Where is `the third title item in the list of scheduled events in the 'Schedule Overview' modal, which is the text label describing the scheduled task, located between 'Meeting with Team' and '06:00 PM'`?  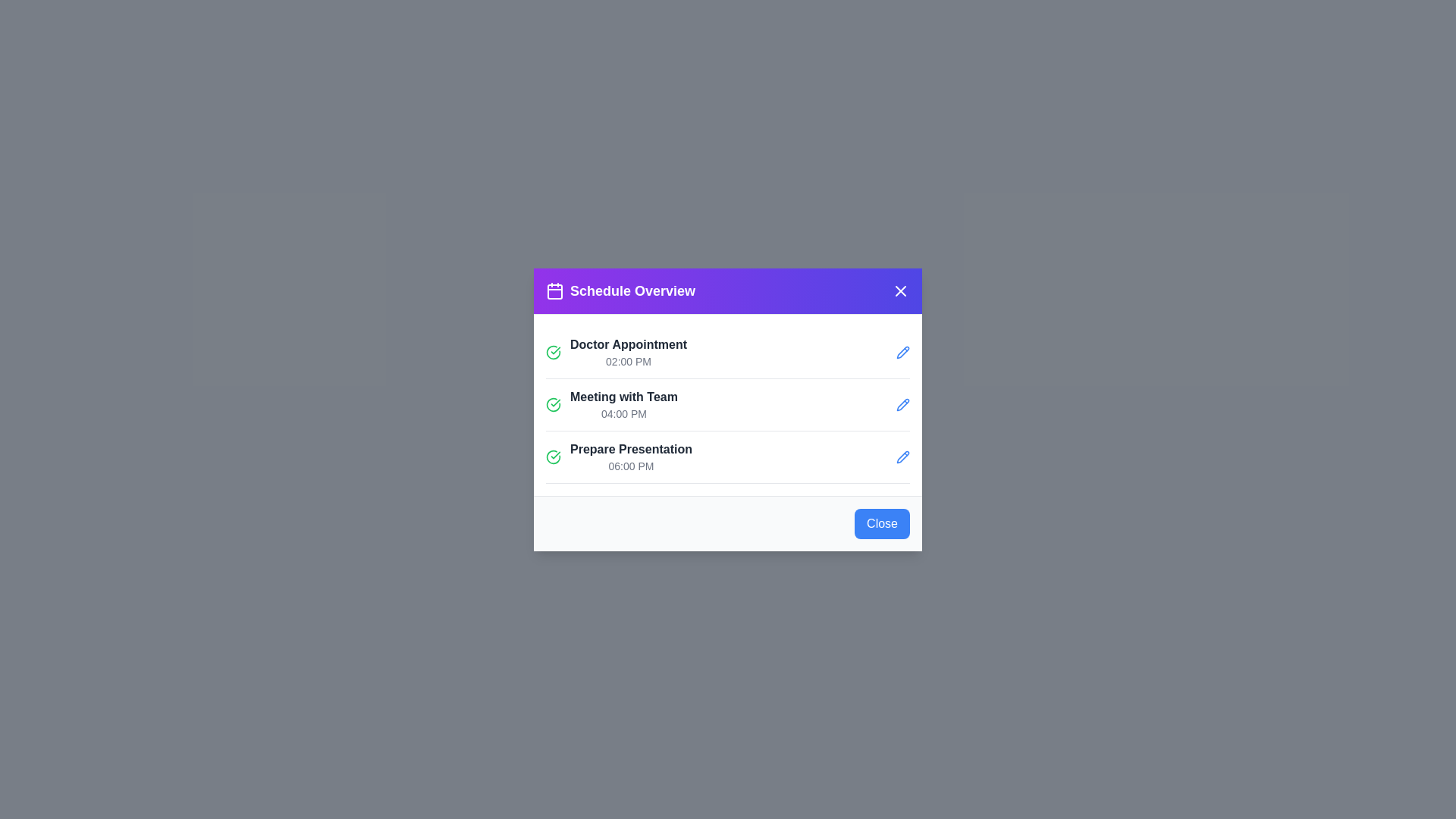 the third title item in the list of scheduled events in the 'Schedule Overview' modal, which is the text label describing the scheduled task, located between 'Meeting with Team' and '06:00 PM' is located at coordinates (631, 448).